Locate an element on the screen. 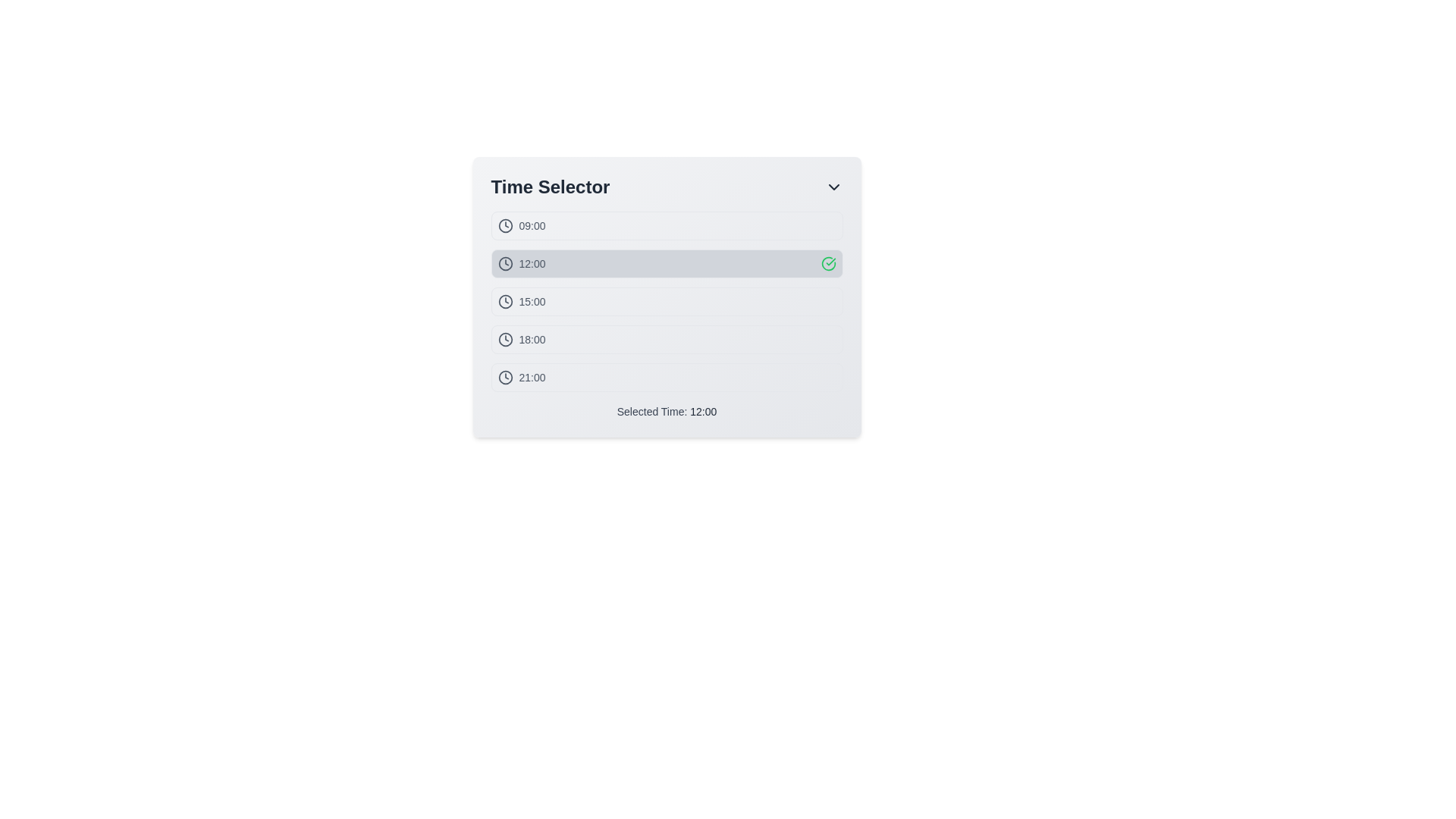  the '18:00' time option button located in the fourth position from the top of the time selector interface, which is situated below the '15:00' button and above the '21:00' button is located at coordinates (667, 338).